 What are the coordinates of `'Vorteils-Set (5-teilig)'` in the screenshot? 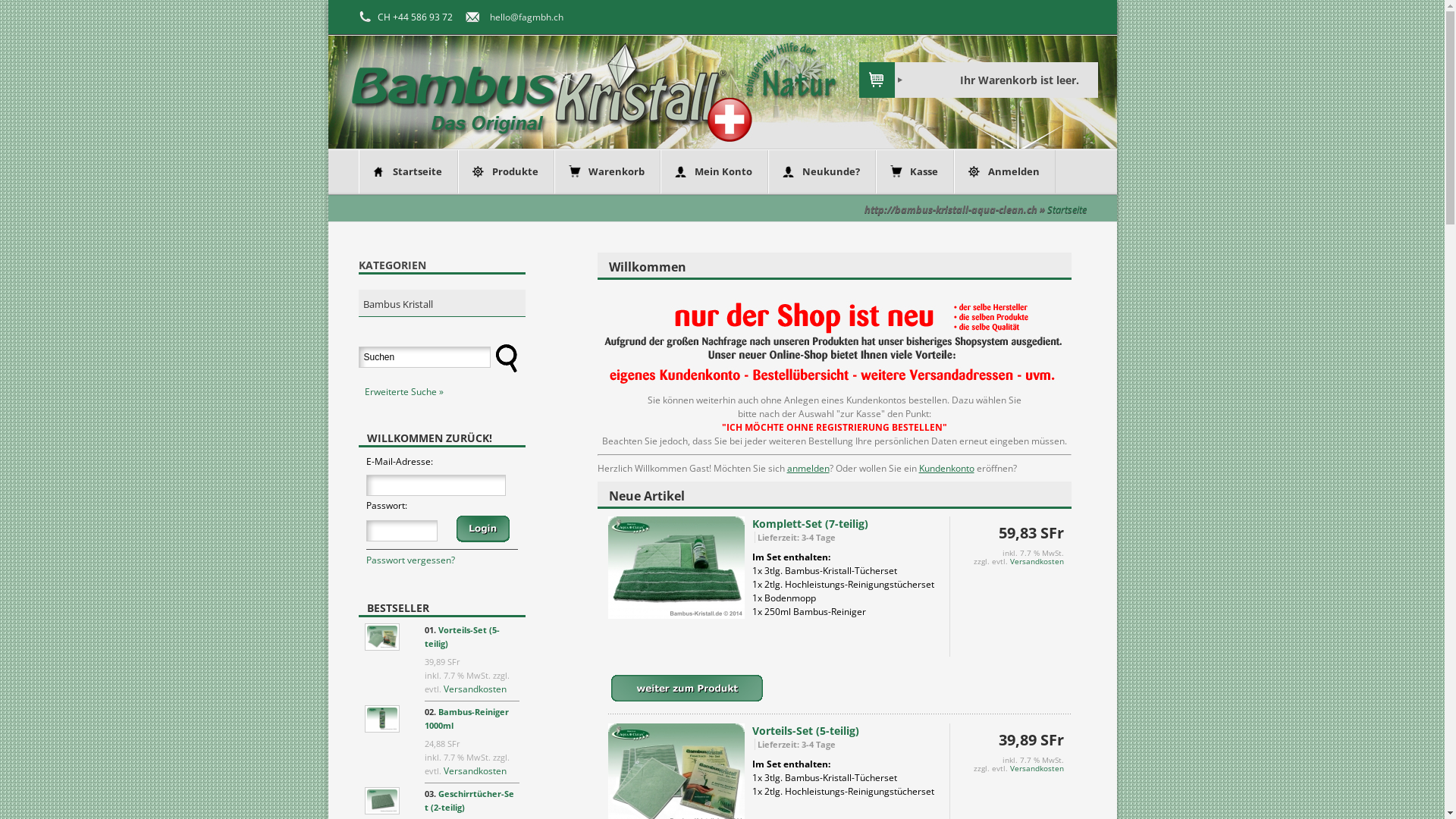 It's located at (805, 730).